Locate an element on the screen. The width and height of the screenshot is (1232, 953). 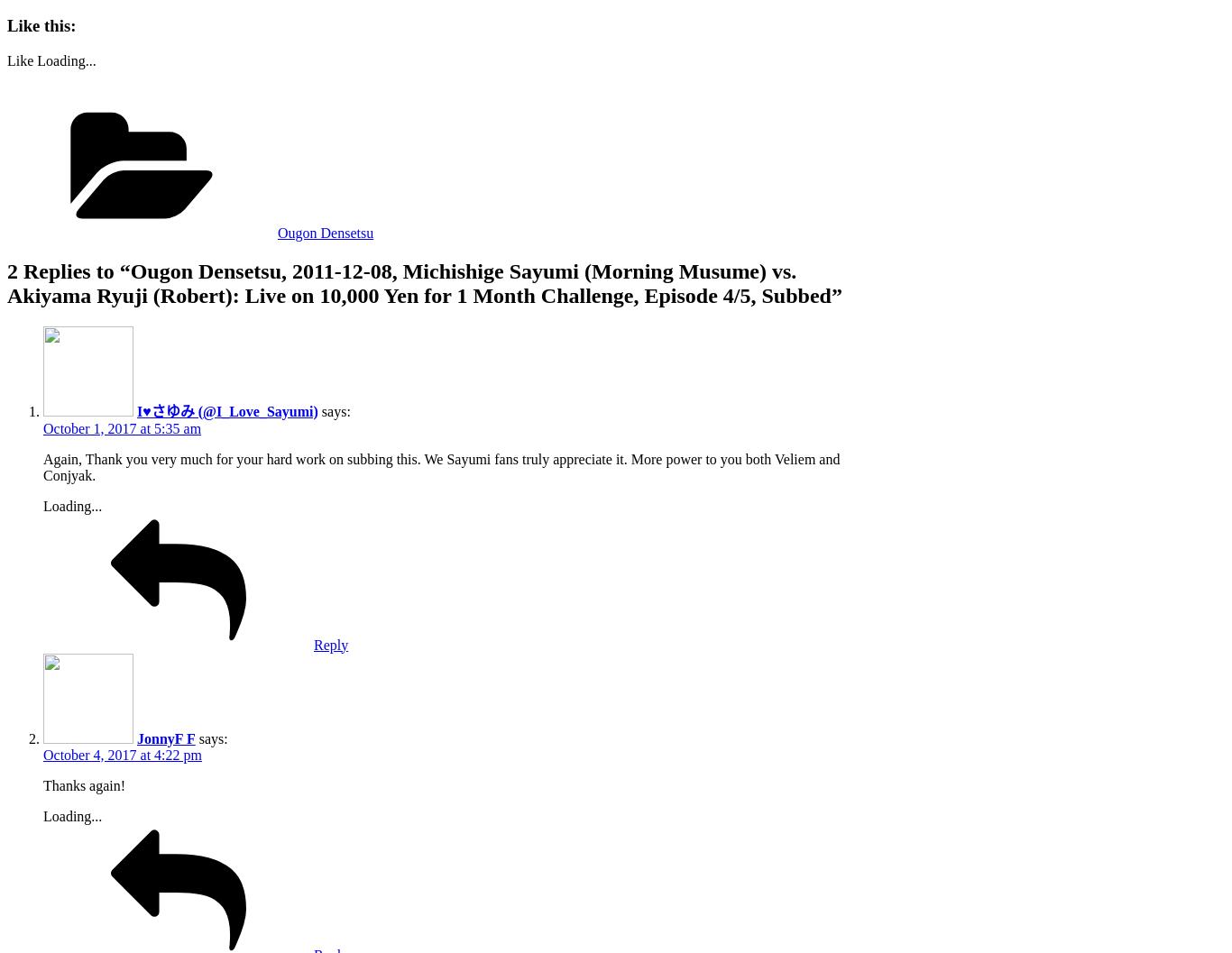
'JonnyF F' is located at coordinates (165, 738).